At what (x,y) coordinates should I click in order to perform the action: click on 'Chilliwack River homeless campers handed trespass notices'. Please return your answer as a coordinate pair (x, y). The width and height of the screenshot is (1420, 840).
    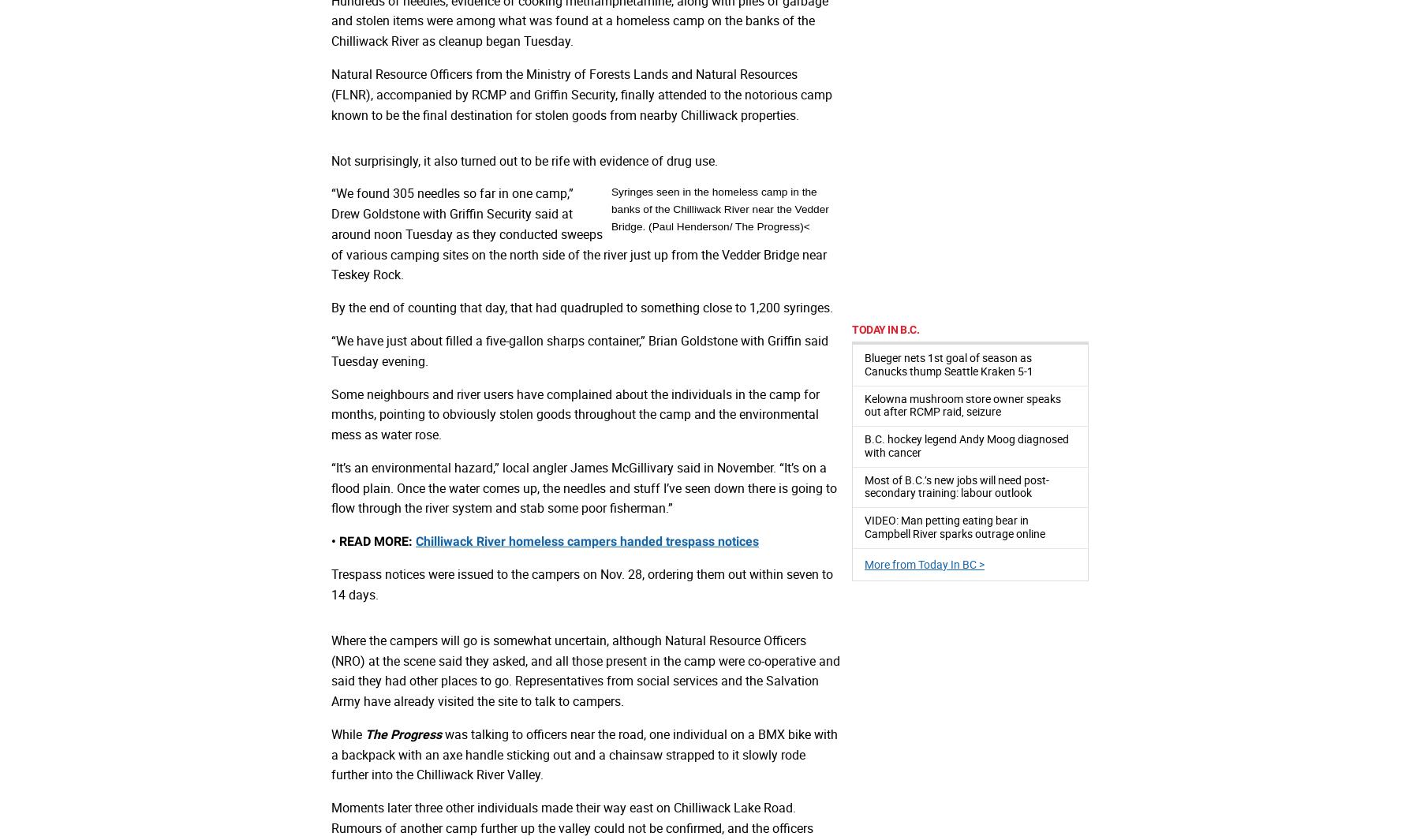
    Looking at the image, I should click on (586, 541).